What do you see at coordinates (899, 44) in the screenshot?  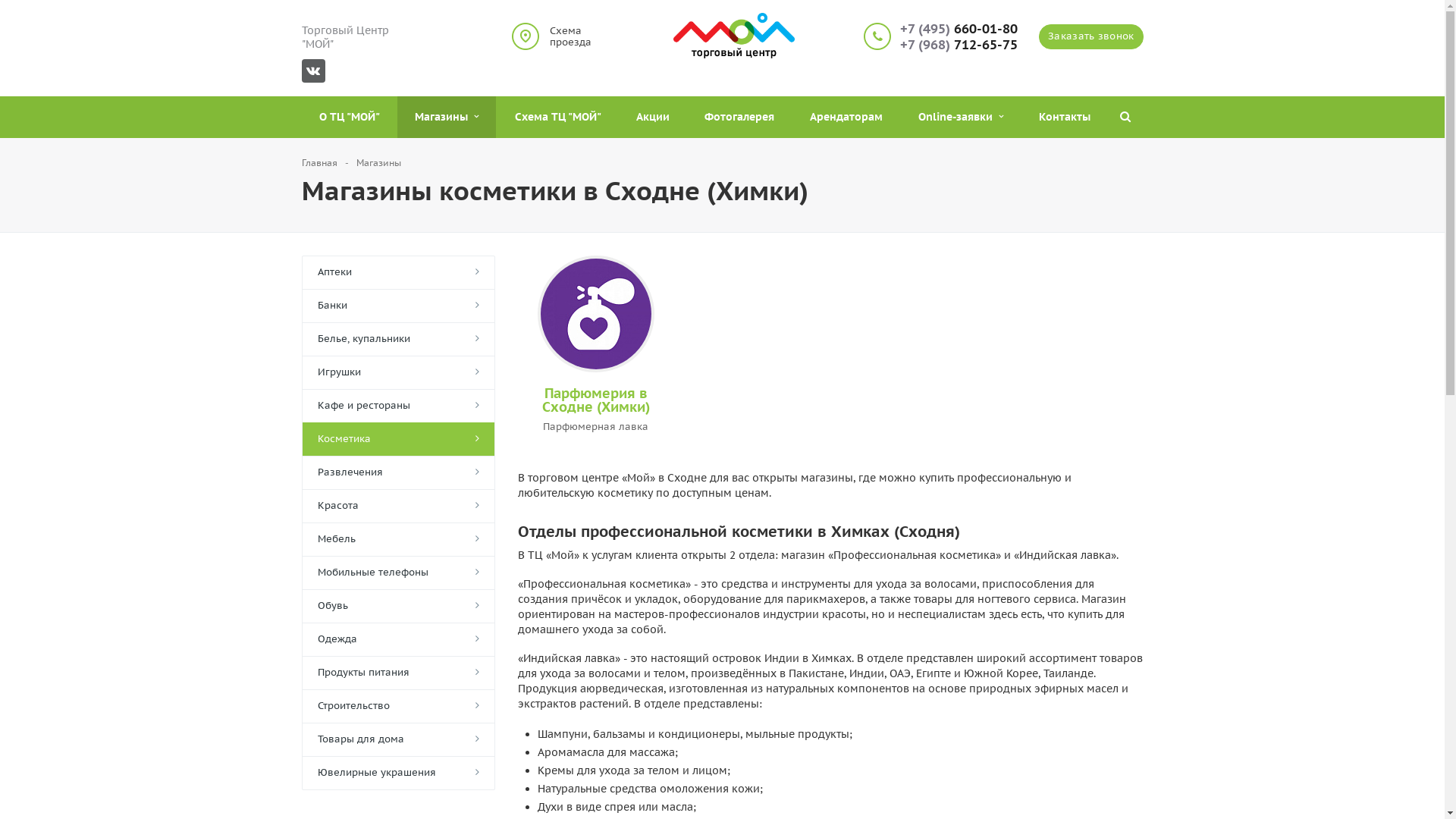 I see `'+7 (968) 712-65-75'` at bounding box center [899, 44].